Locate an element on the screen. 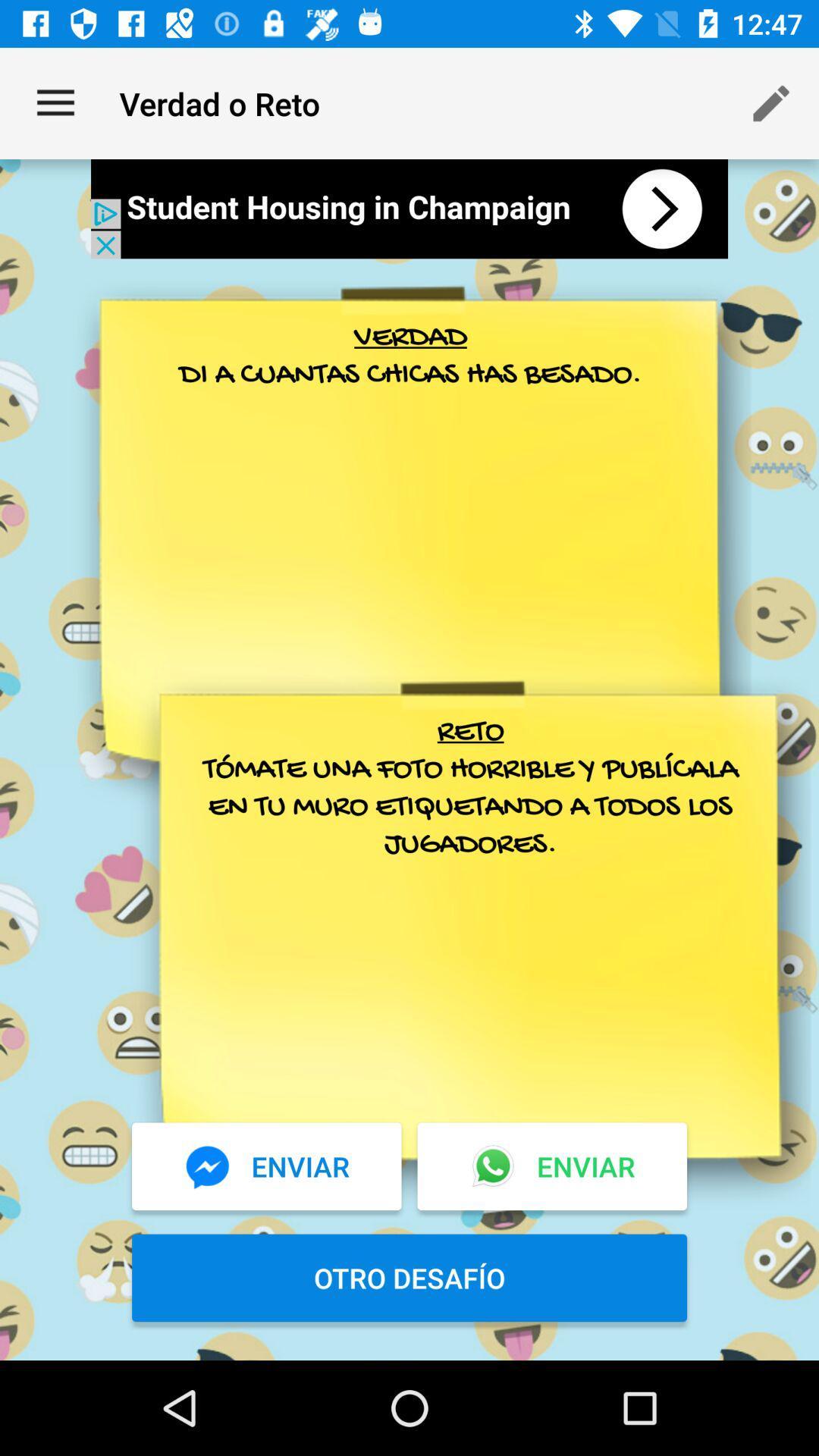 The width and height of the screenshot is (819, 1456). adverisment selection is located at coordinates (409, 208).